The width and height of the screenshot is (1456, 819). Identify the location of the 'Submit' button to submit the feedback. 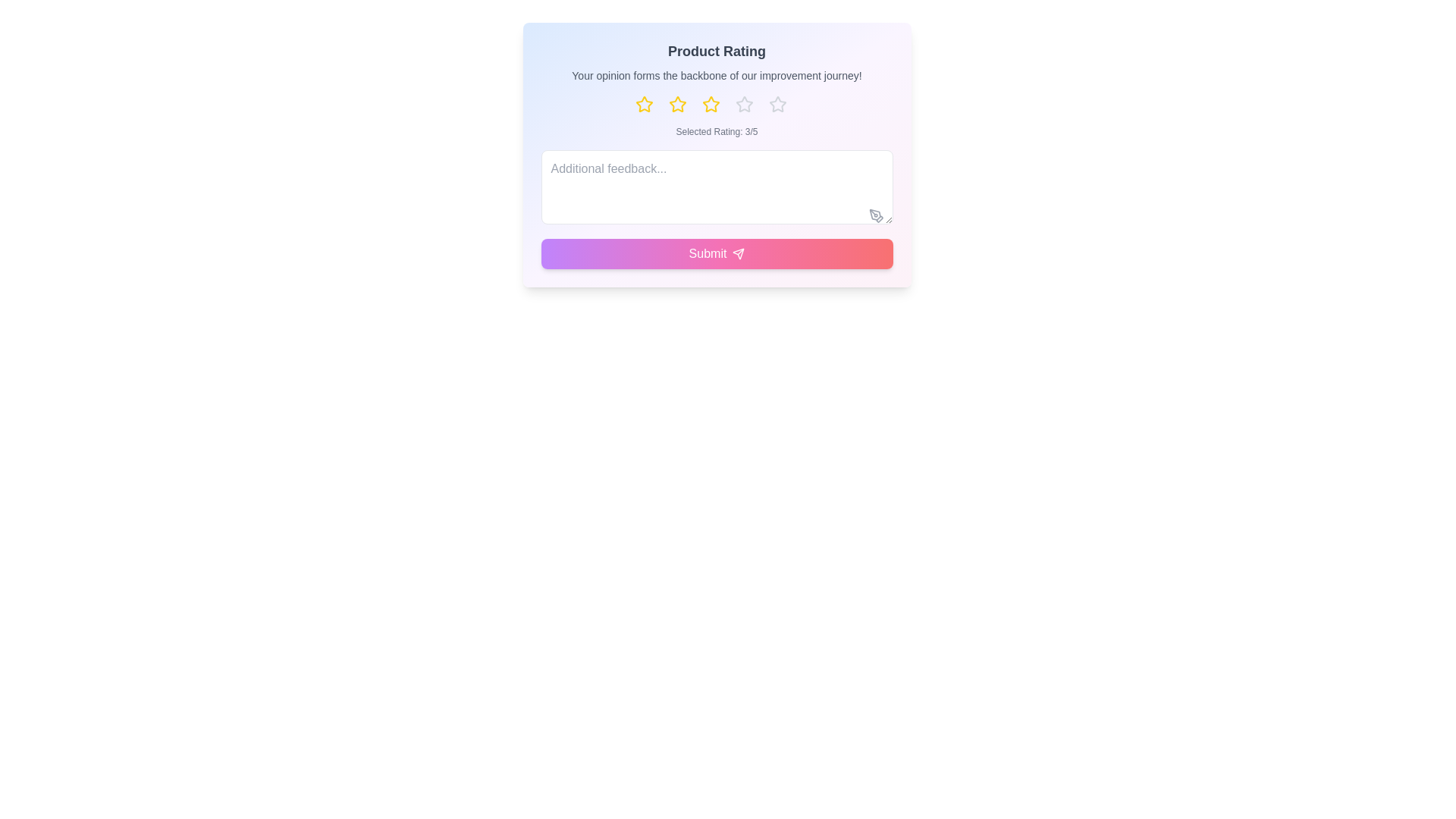
(716, 253).